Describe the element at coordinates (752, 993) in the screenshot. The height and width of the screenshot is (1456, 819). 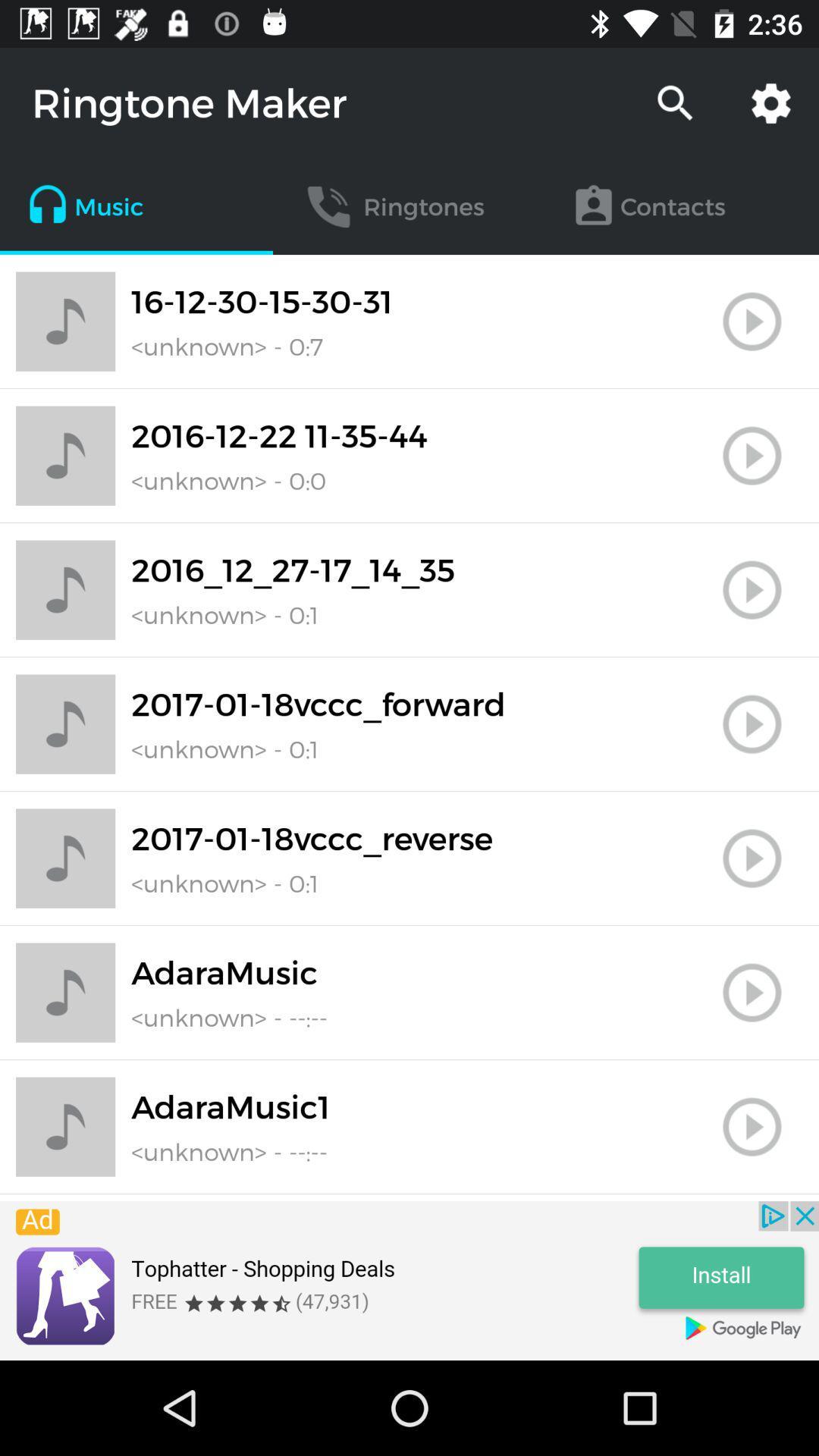
I see `video play` at that location.